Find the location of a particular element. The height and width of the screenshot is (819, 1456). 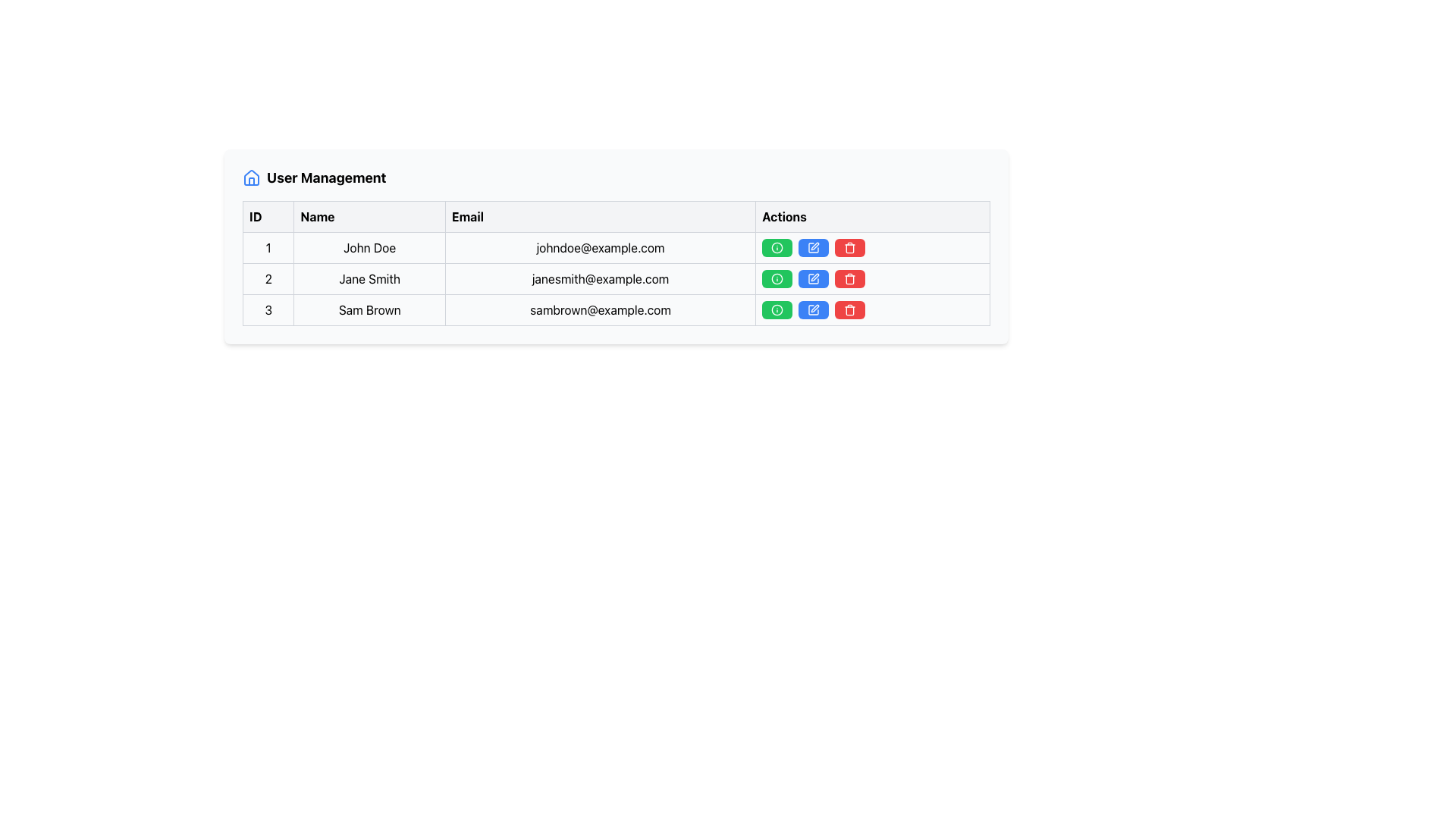

the red trash can icon located in the third action button from the left under the 'Actions' column for the user 'Sam Brown' to initiate the delete action is located at coordinates (850, 247).